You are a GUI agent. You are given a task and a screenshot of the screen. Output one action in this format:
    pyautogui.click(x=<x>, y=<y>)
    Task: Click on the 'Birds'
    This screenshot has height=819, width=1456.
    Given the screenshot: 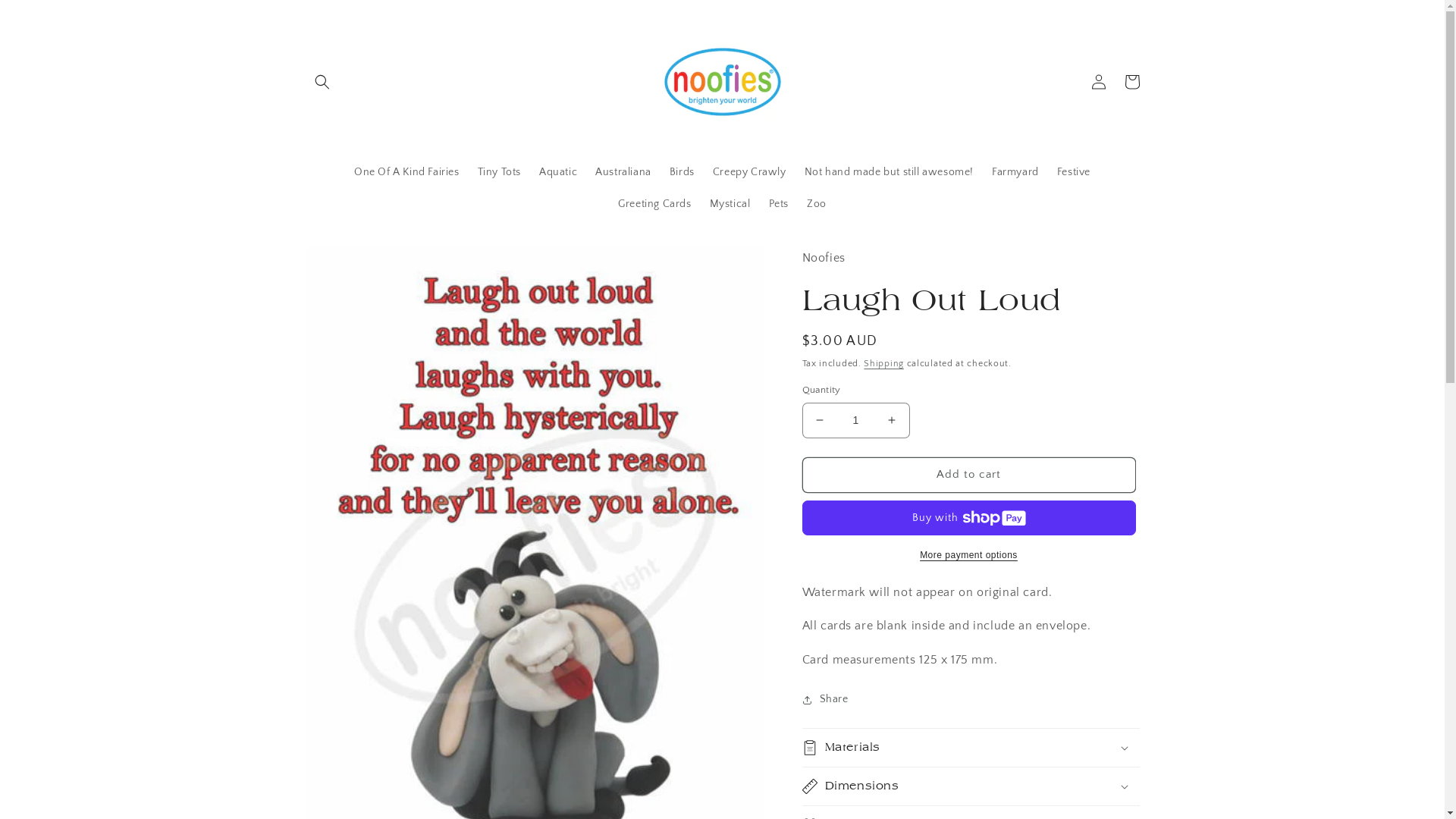 What is the action you would take?
    pyautogui.click(x=681, y=171)
    